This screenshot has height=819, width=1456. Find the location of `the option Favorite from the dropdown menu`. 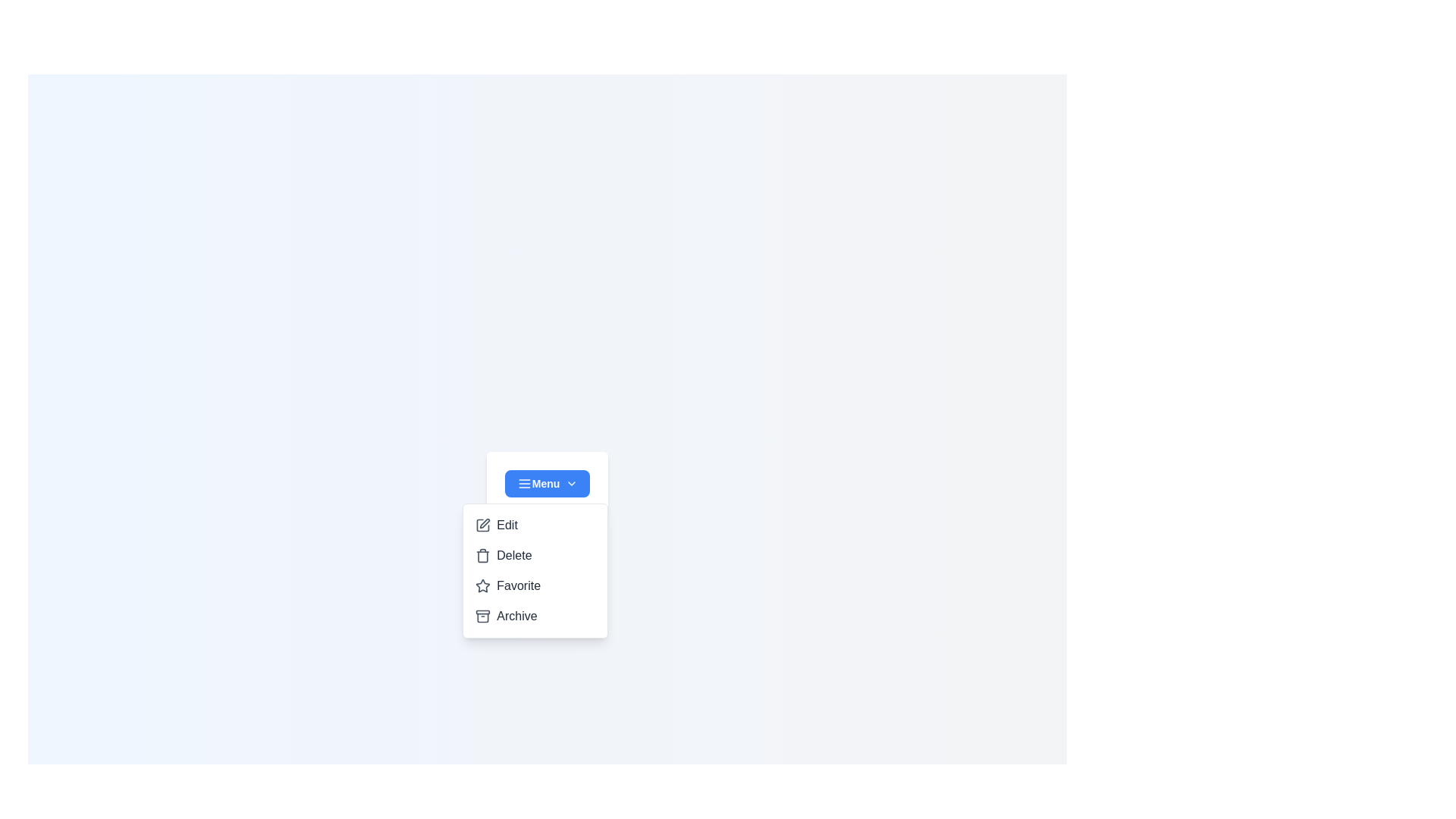

the option Favorite from the dropdown menu is located at coordinates (535, 585).